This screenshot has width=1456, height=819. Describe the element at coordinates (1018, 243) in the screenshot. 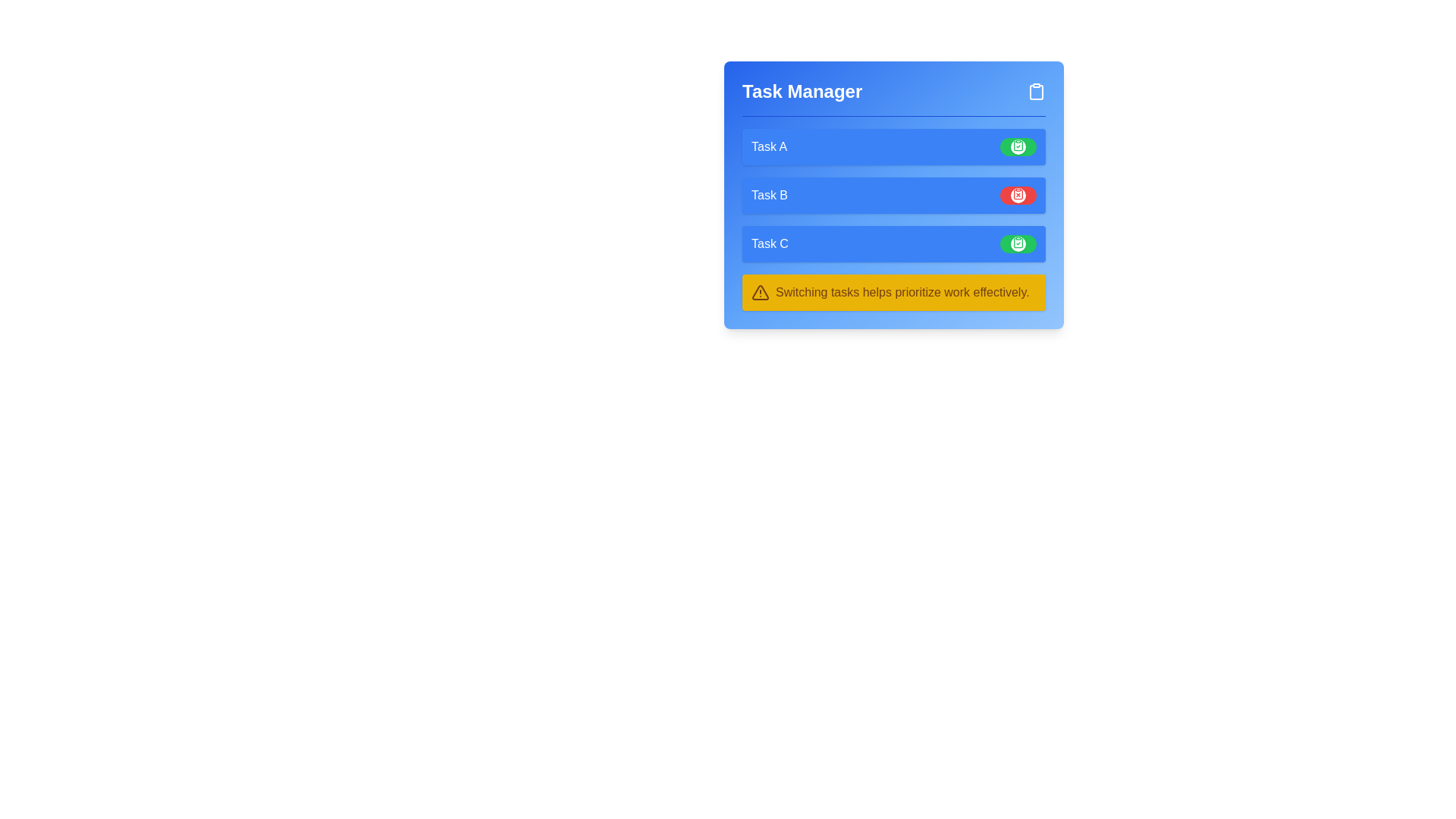

I see `the toggle handle on the third row of the task list associated with 'Task C' to change the switch state` at that location.